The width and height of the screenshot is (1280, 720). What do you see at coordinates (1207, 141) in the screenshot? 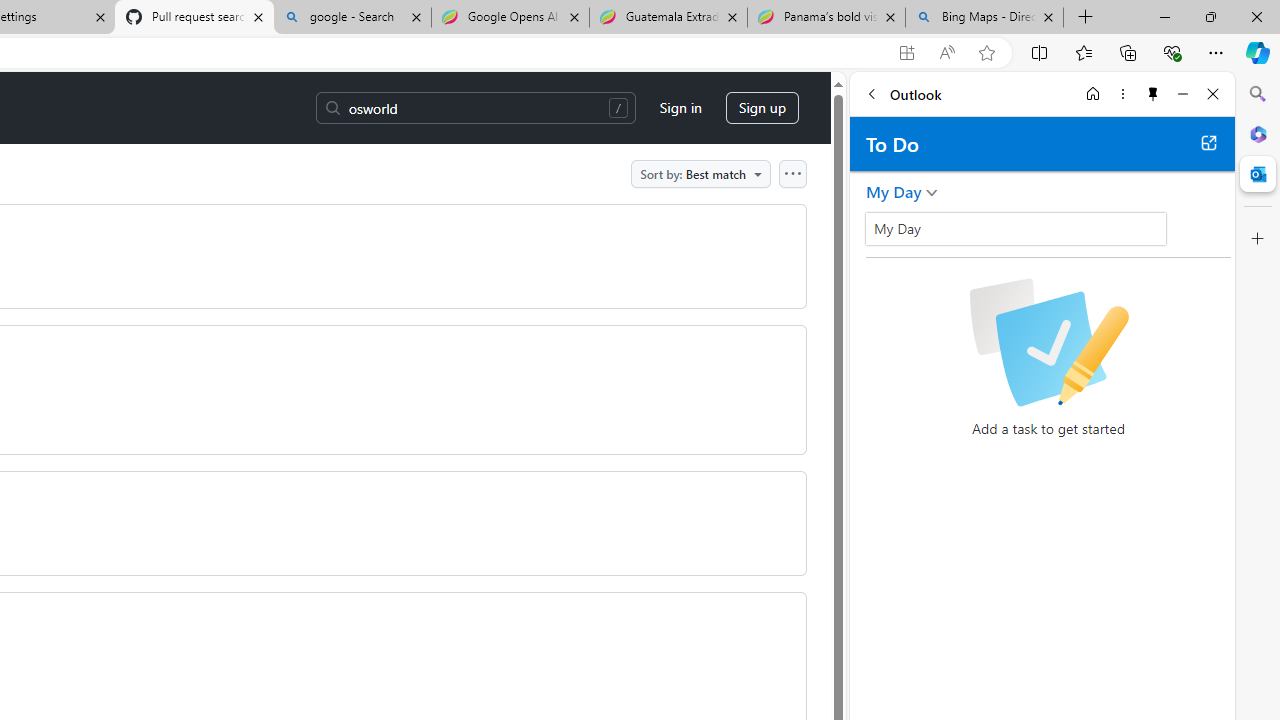
I see `'Open in new tab'` at bounding box center [1207, 141].